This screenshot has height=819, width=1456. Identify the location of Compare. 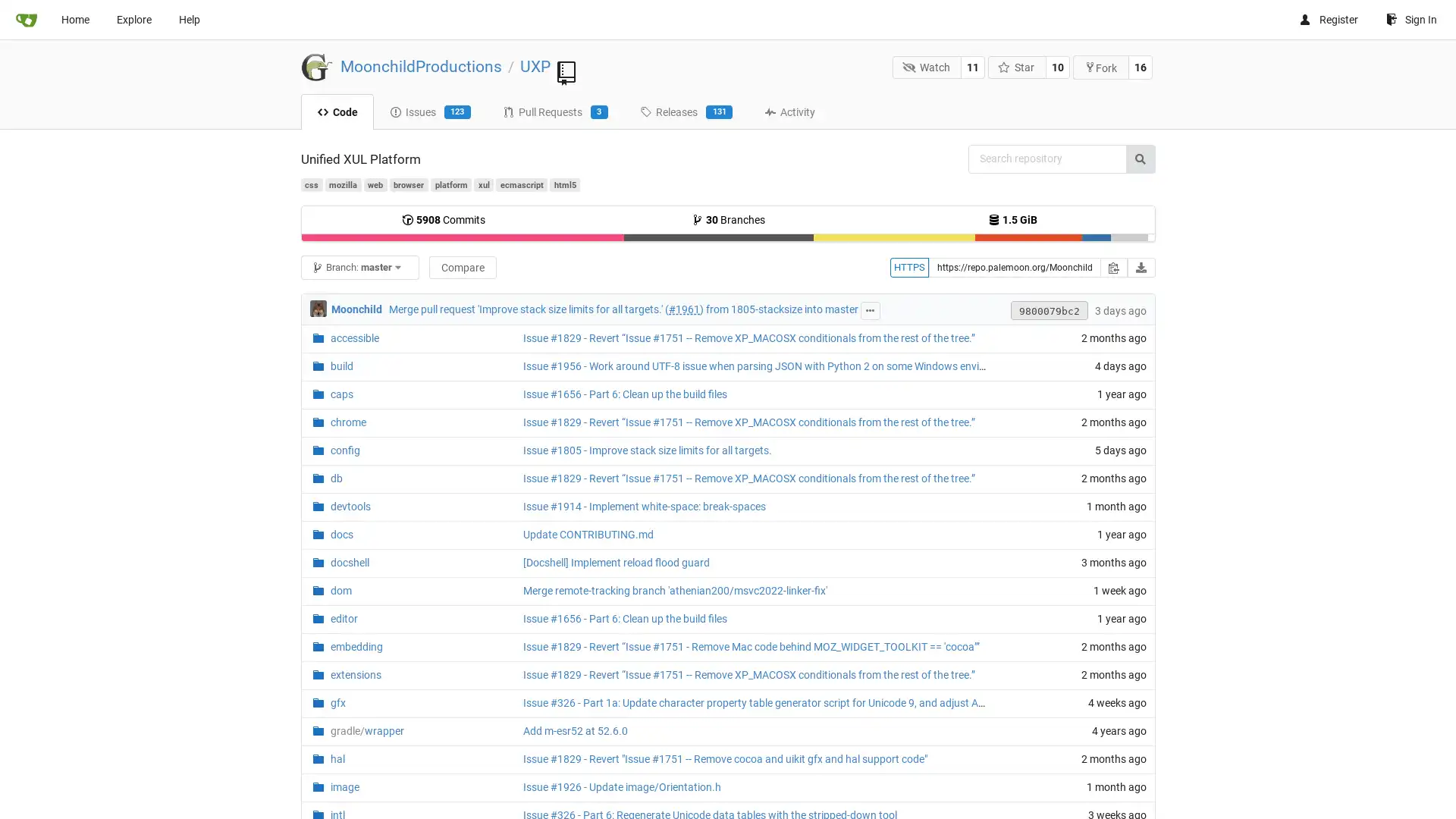
(461, 266).